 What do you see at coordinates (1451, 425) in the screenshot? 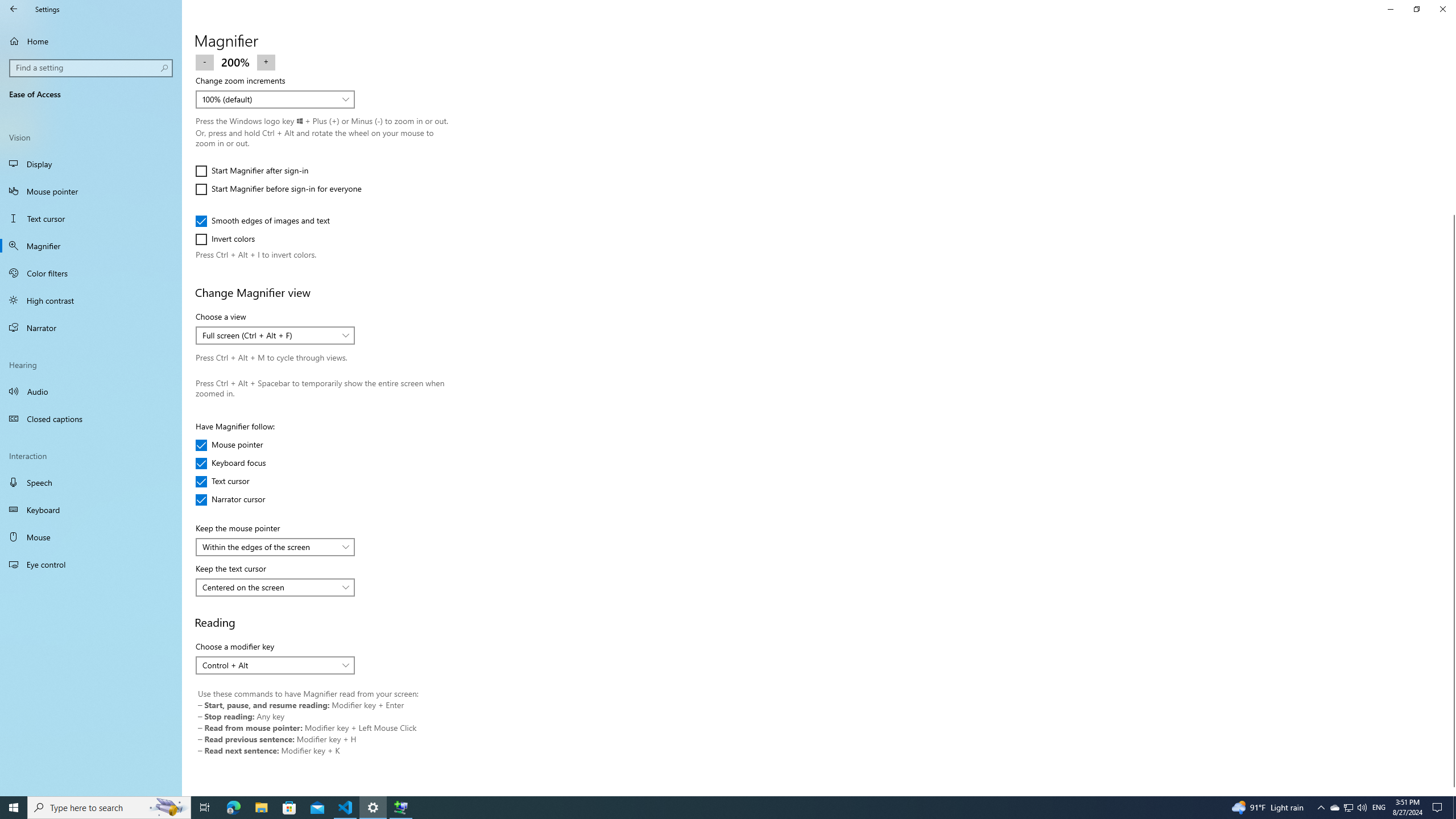
I see `'Vertical'` at bounding box center [1451, 425].